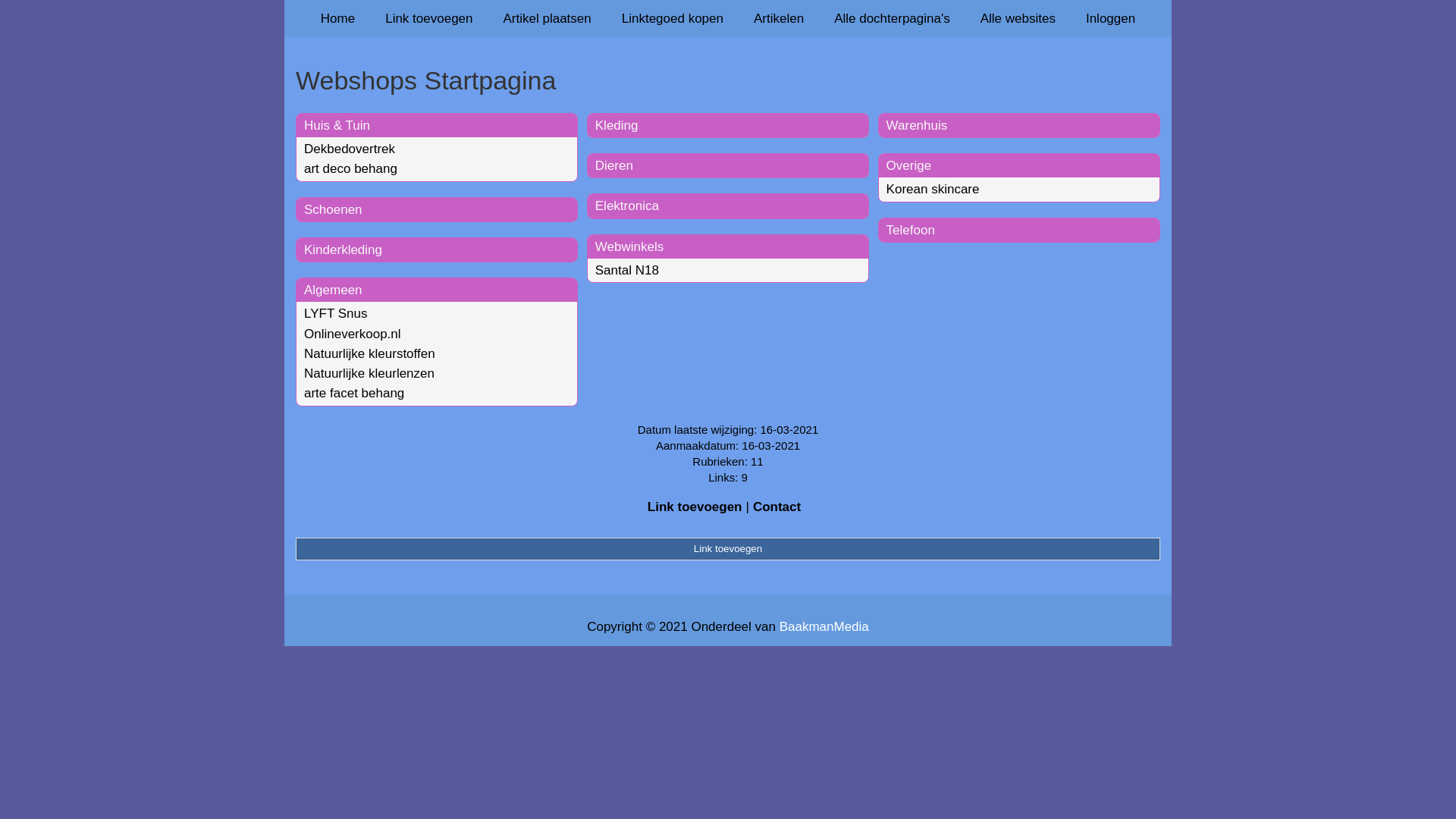  What do you see at coordinates (303, 353) in the screenshot?
I see `'Natuurlijke kleurstoffen'` at bounding box center [303, 353].